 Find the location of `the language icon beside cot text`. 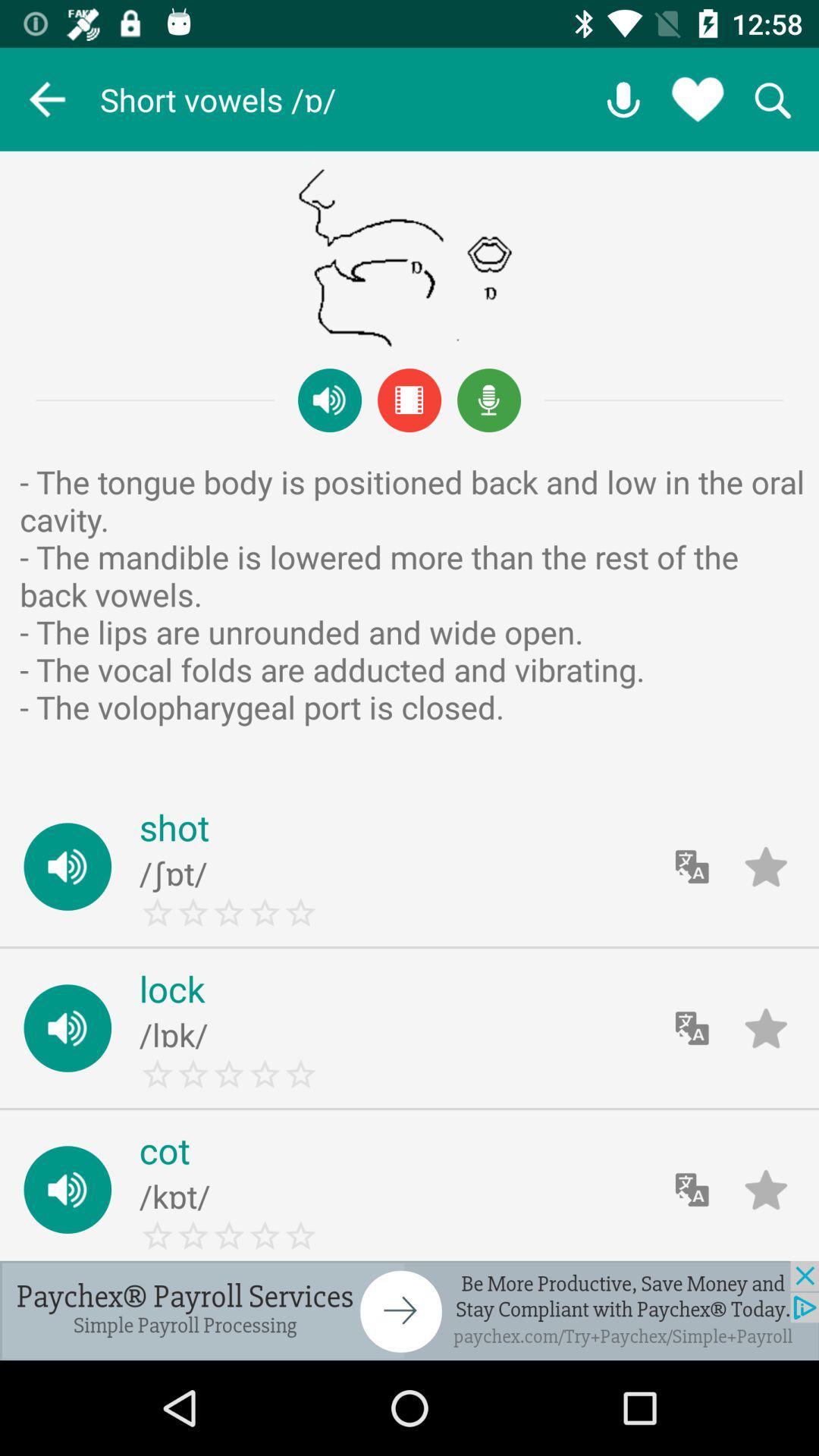

the language icon beside cot text is located at coordinates (692, 1189).